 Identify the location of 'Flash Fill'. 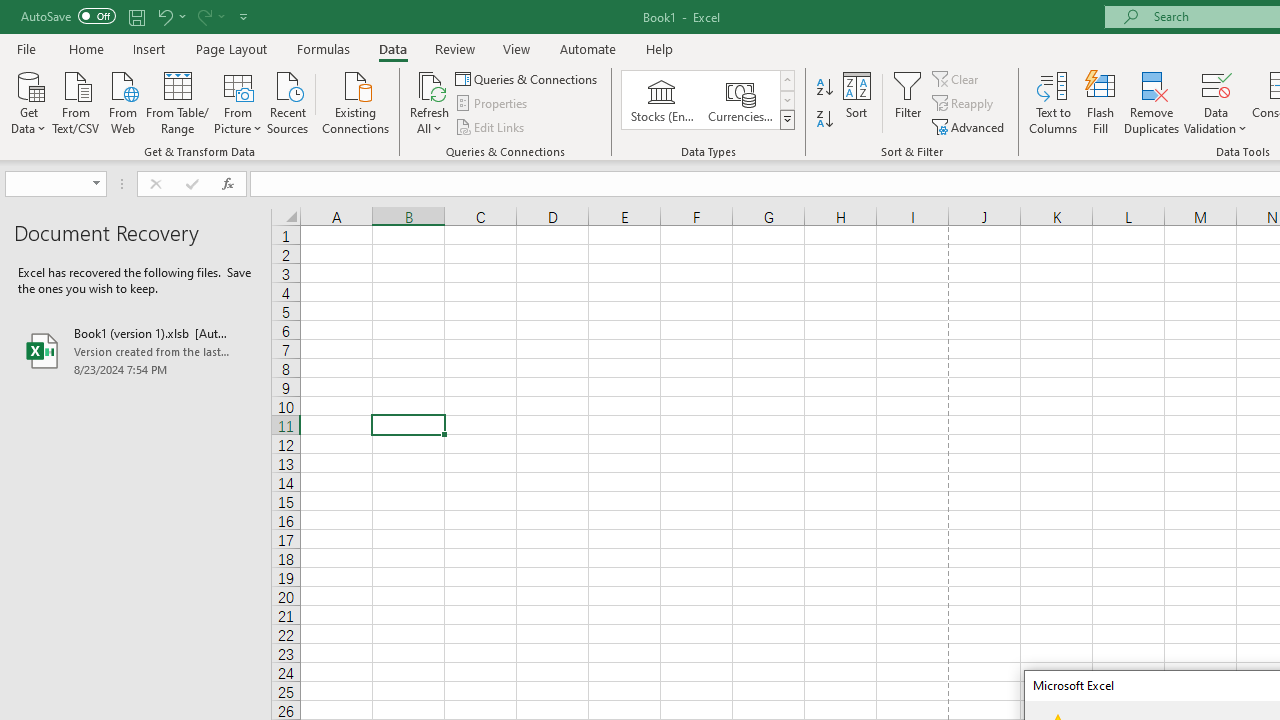
(1100, 103).